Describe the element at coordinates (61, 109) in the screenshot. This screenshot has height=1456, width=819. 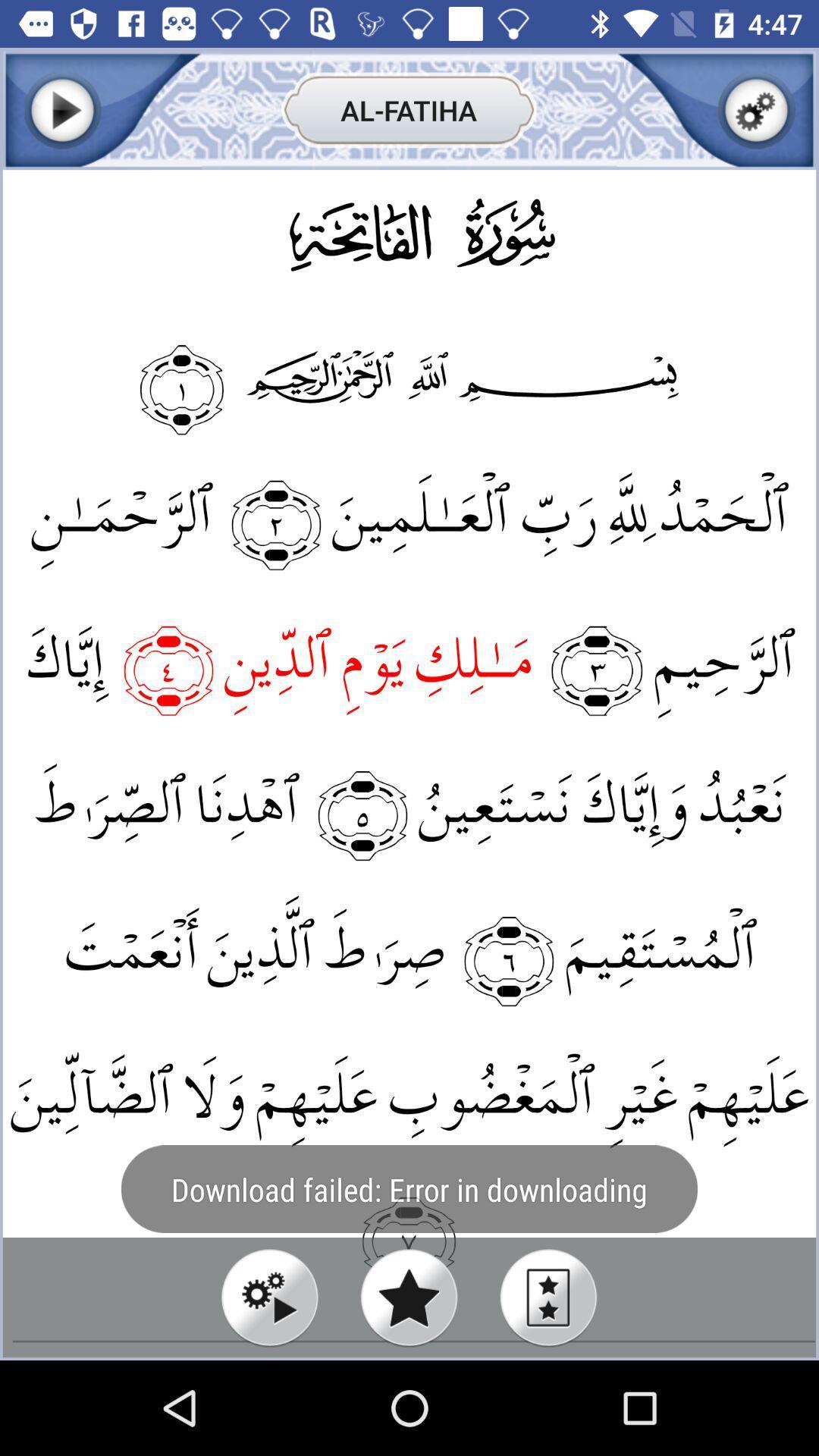
I see `the play icon` at that location.